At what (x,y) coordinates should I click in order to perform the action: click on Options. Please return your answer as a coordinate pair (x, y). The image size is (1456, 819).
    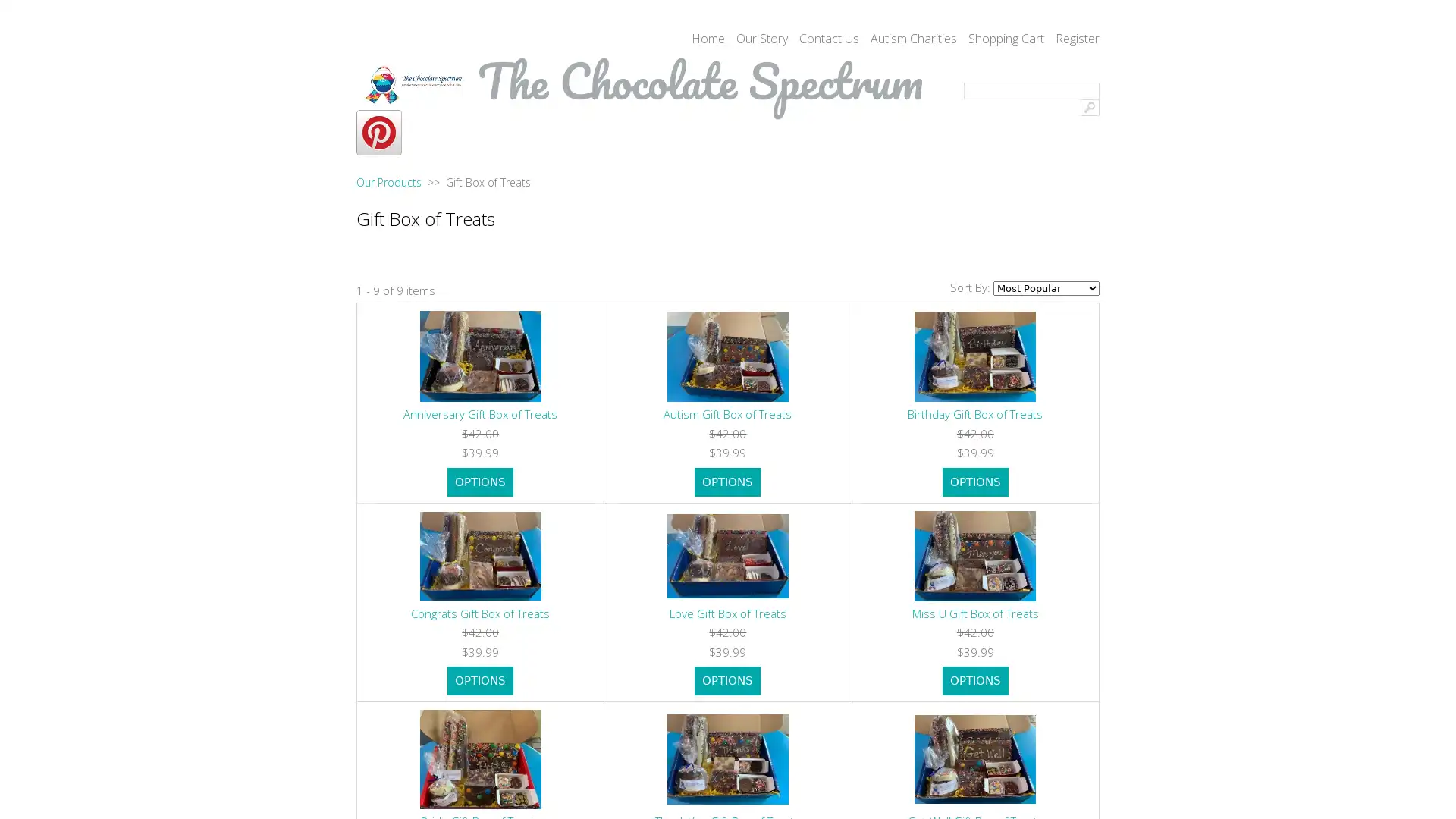
    Looking at the image, I should click on (479, 482).